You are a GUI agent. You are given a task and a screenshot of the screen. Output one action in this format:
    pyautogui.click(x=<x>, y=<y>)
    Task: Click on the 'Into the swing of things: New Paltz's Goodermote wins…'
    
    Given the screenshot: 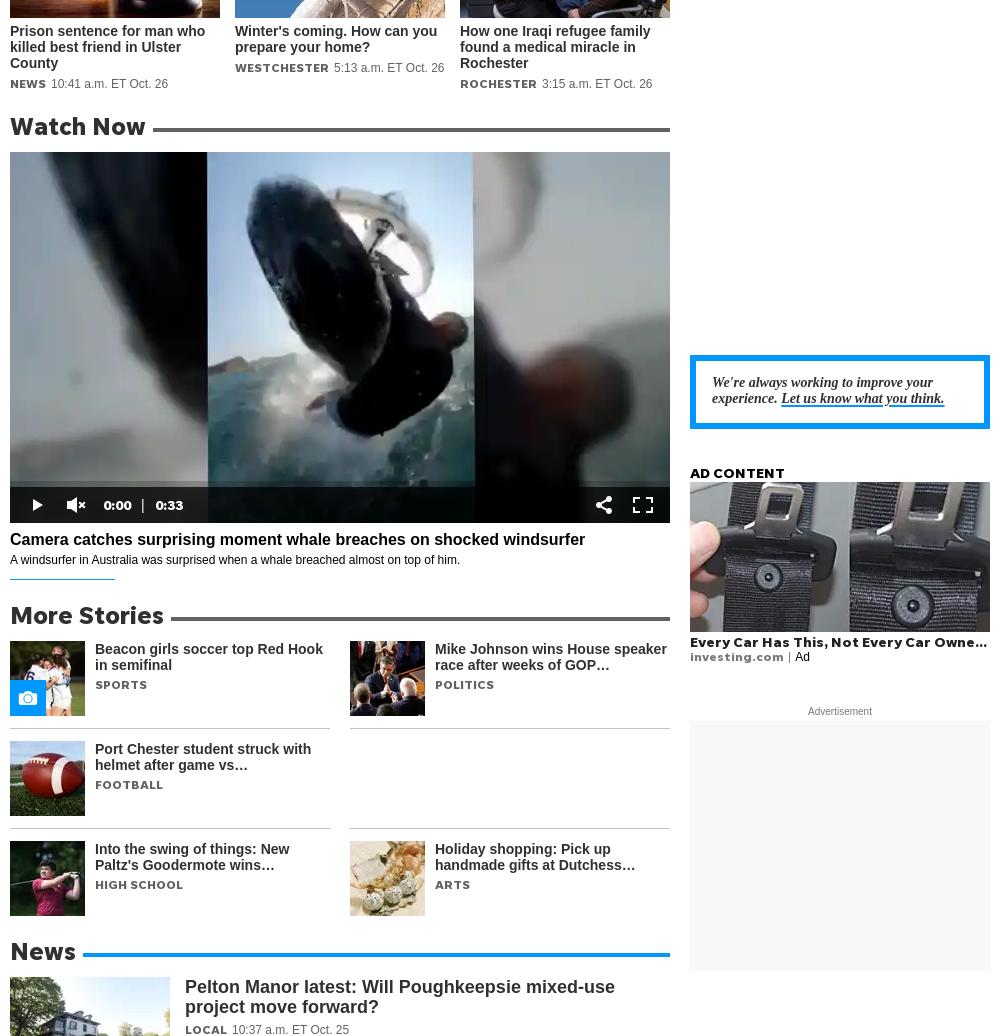 What is the action you would take?
    pyautogui.click(x=191, y=856)
    